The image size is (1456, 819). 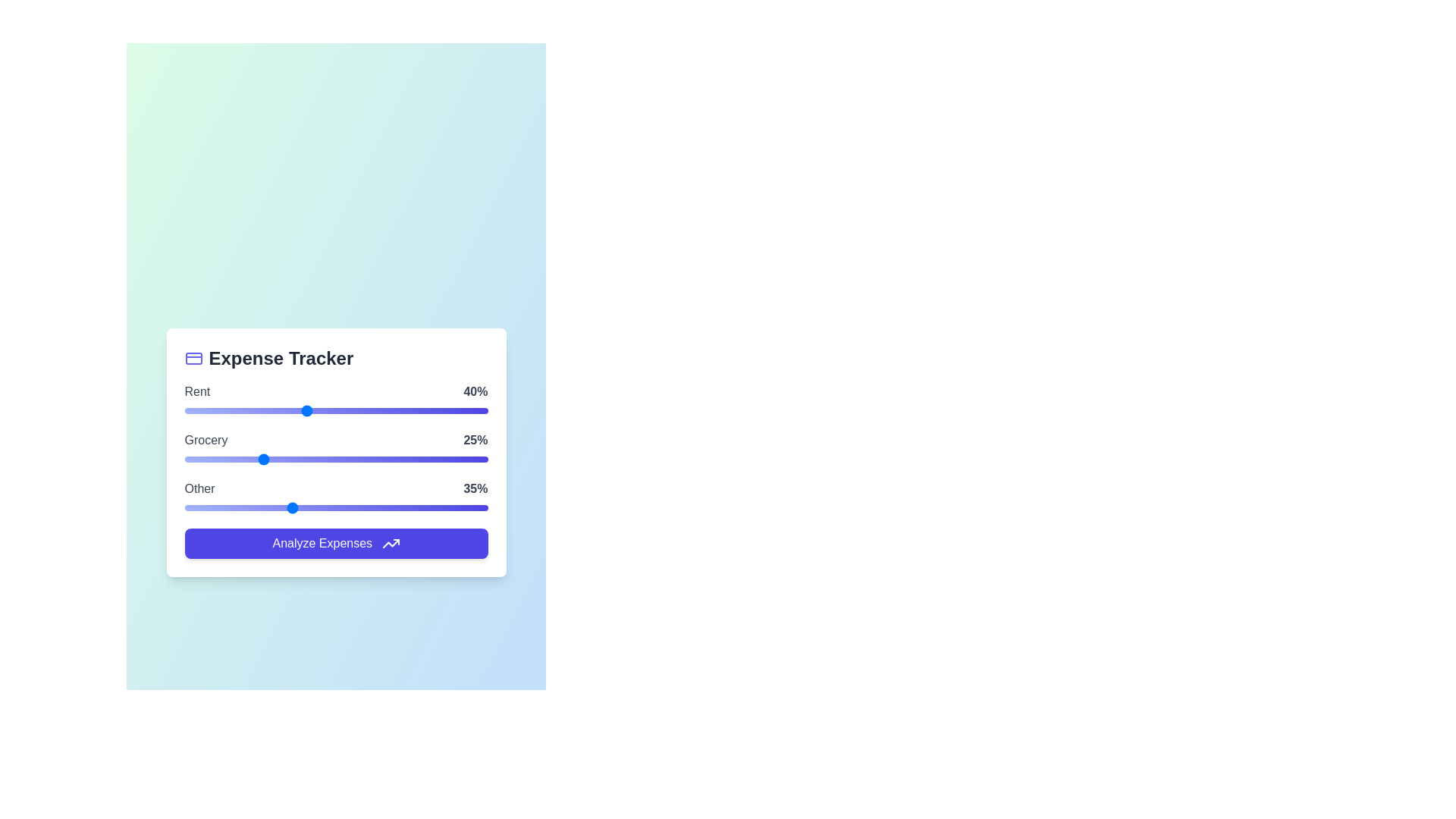 I want to click on the 'Grocery' slider to 85%, so click(x=441, y=458).